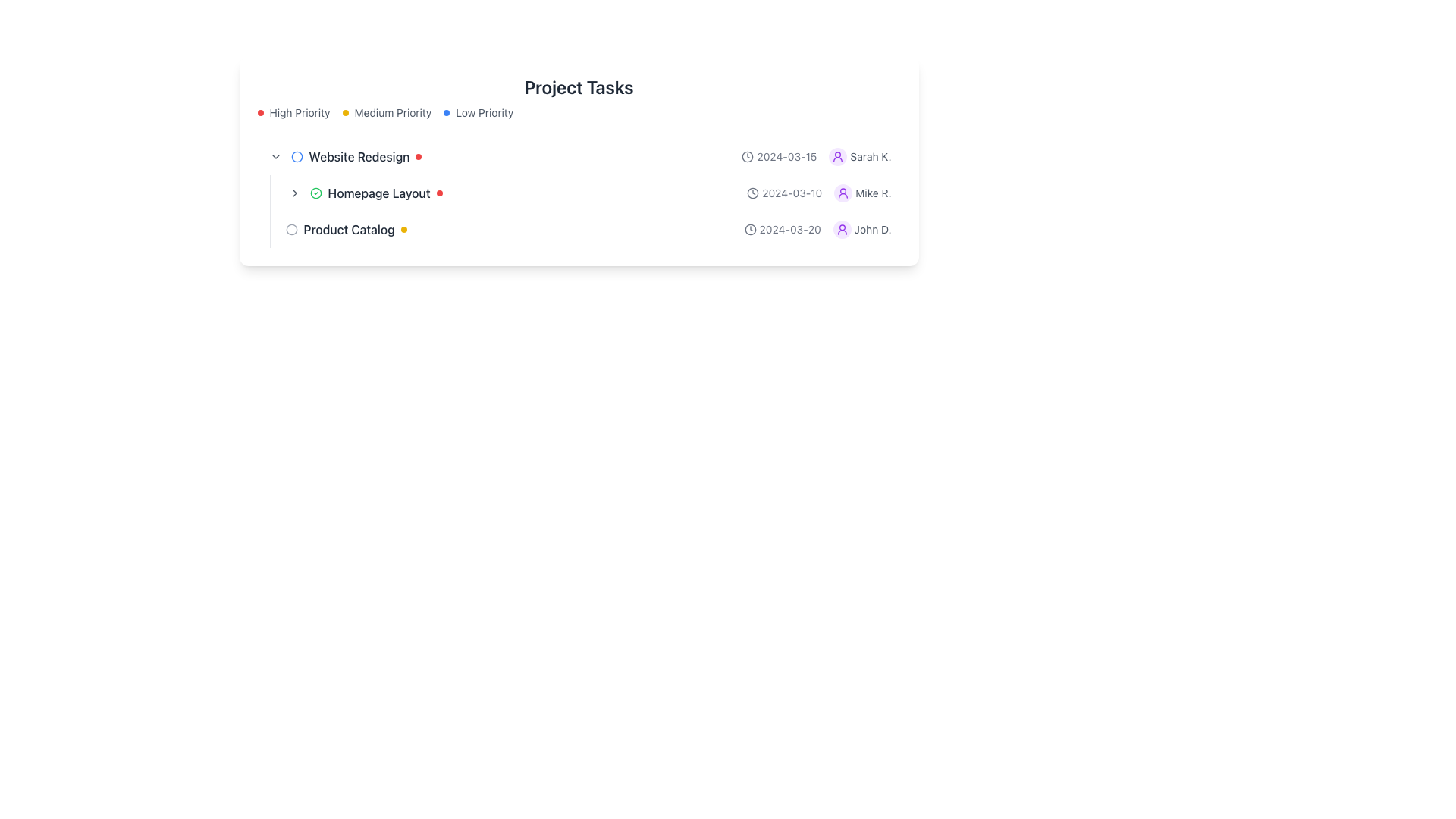 The width and height of the screenshot is (1456, 819). Describe the element at coordinates (779, 157) in the screenshot. I see `the date display element, which shows a date and is positioned in the upper-right quadrant, to the left of the name 'Sarah K.'` at that location.